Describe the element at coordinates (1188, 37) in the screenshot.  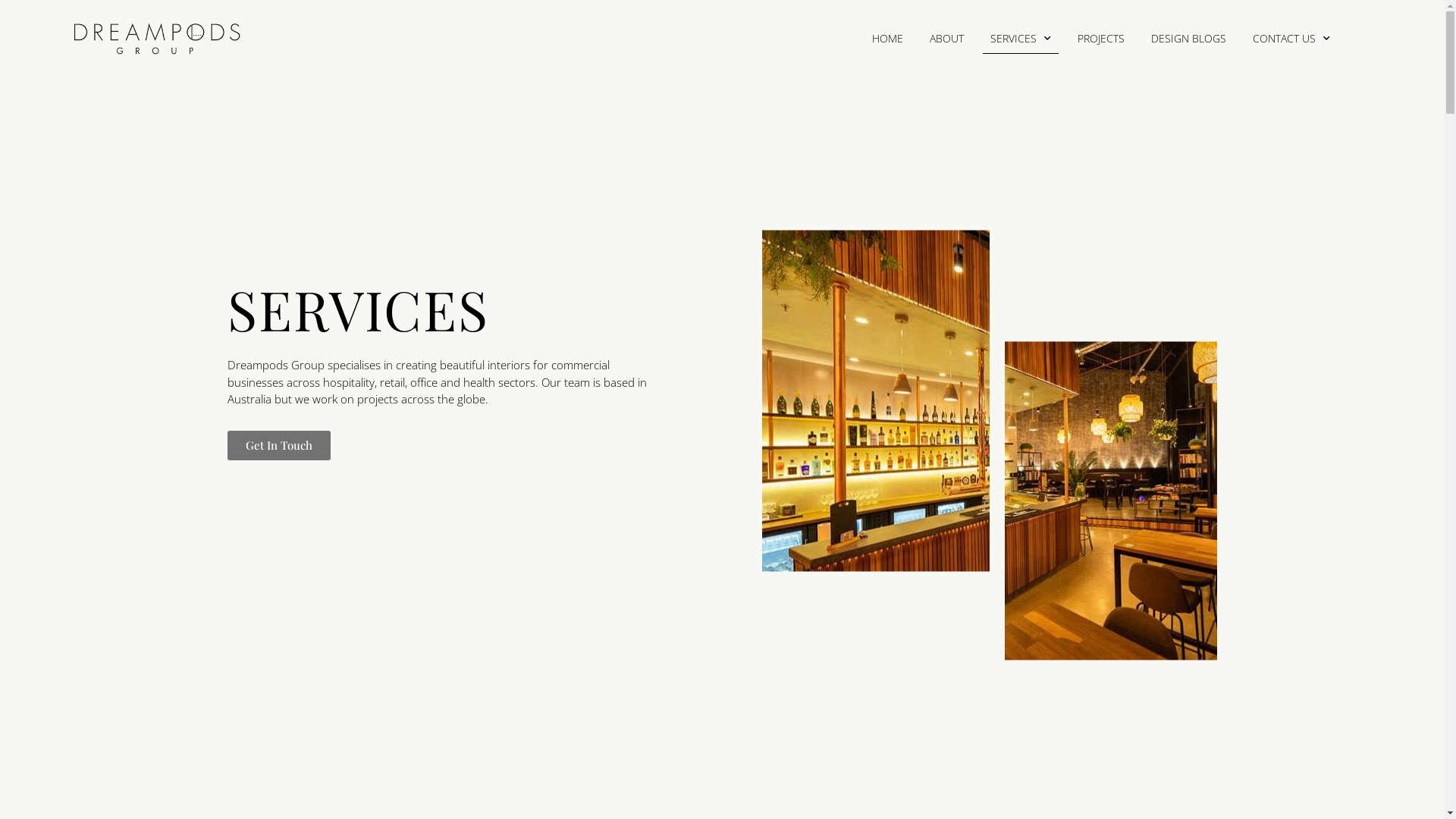
I see `'DESIGN BLOGS'` at that location.